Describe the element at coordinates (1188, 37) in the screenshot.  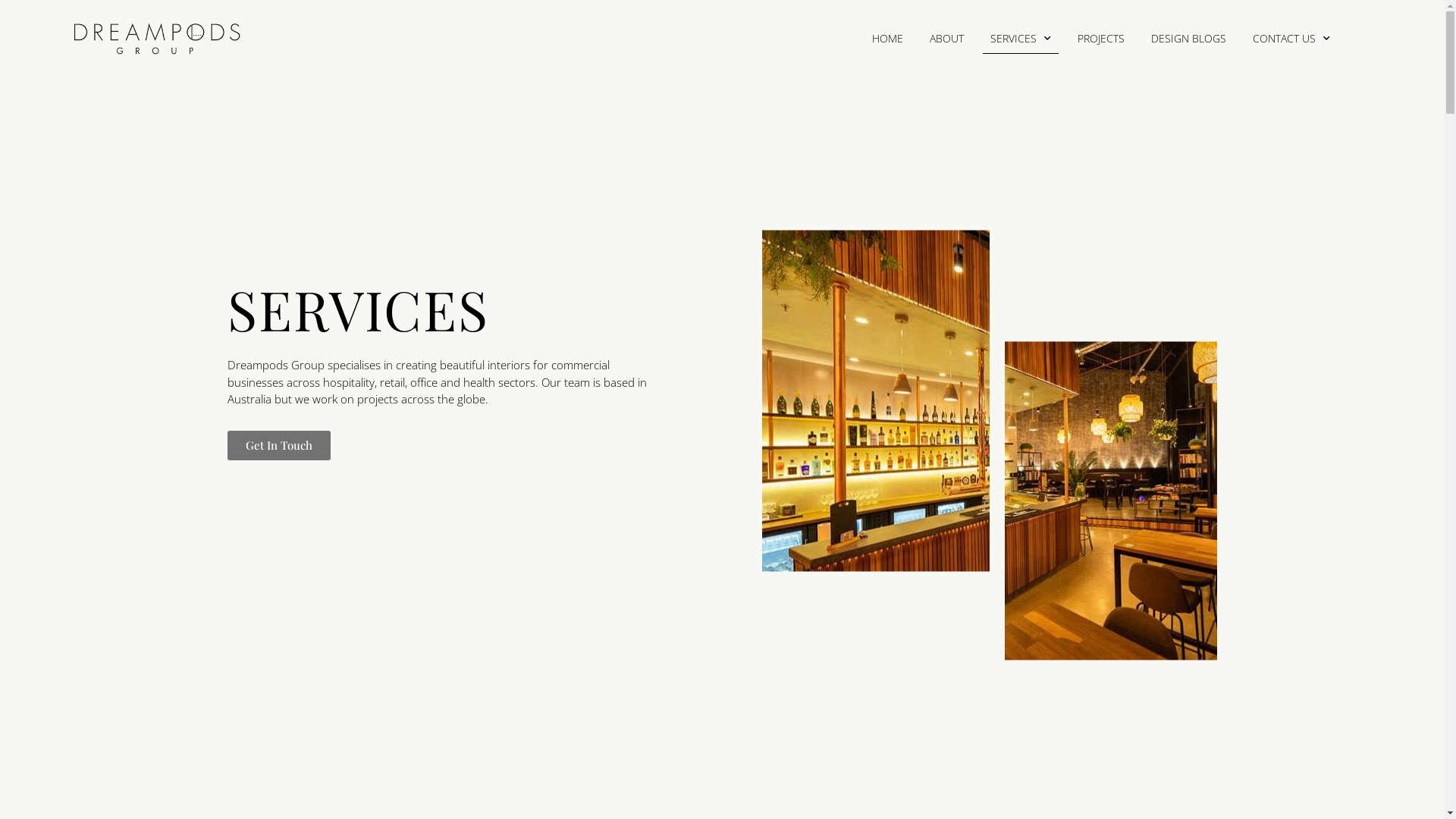
I see `'DESIGN BLOGS'` at that location.